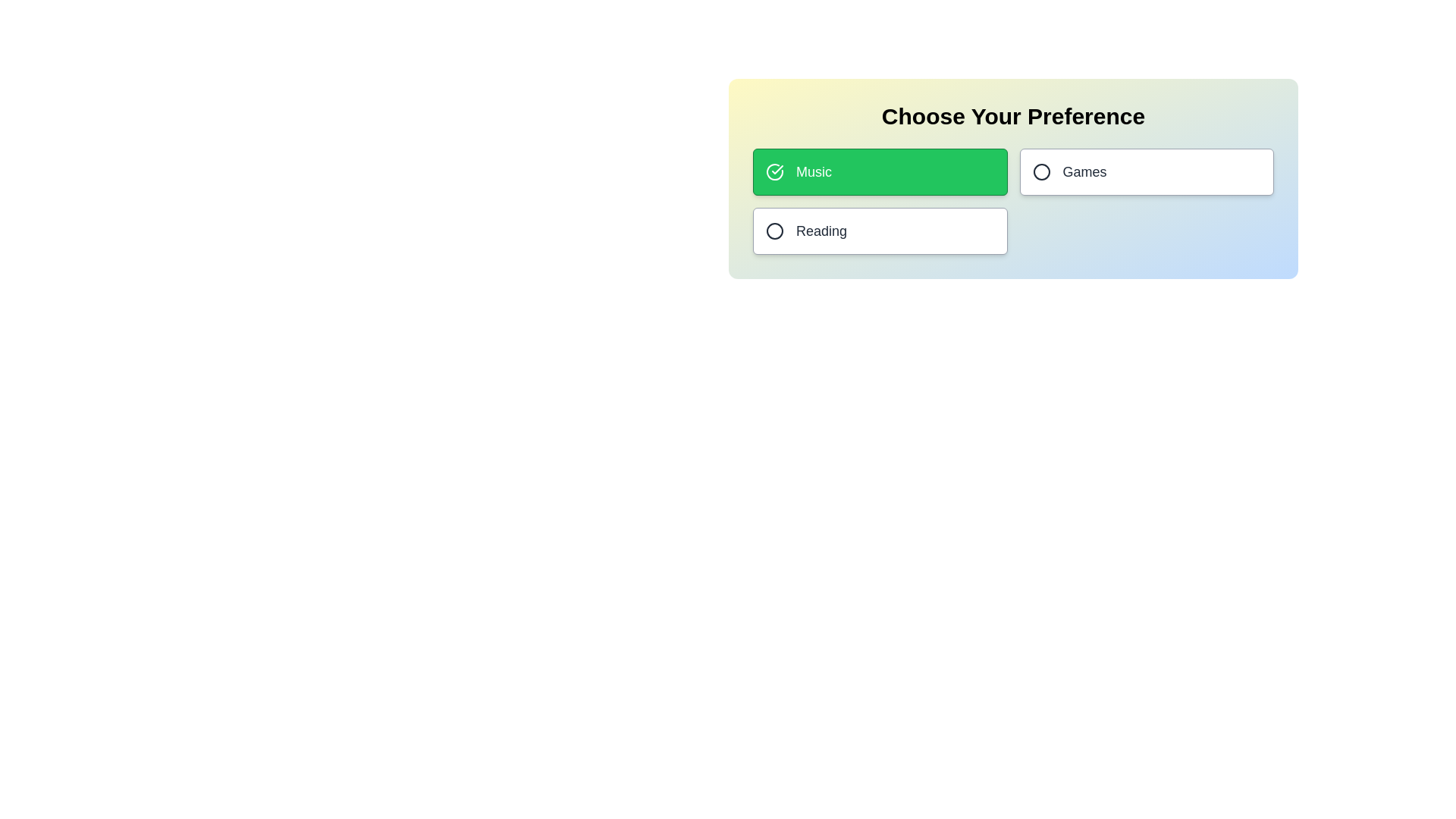 The width and height of the screenshot is (1456, 819). What do you see at coordinates (1040, 171) in the screenshot?
I see `the circular icon (a radio button or status indicator) inside the 'Games' button` at bounding box center [1040, 171].